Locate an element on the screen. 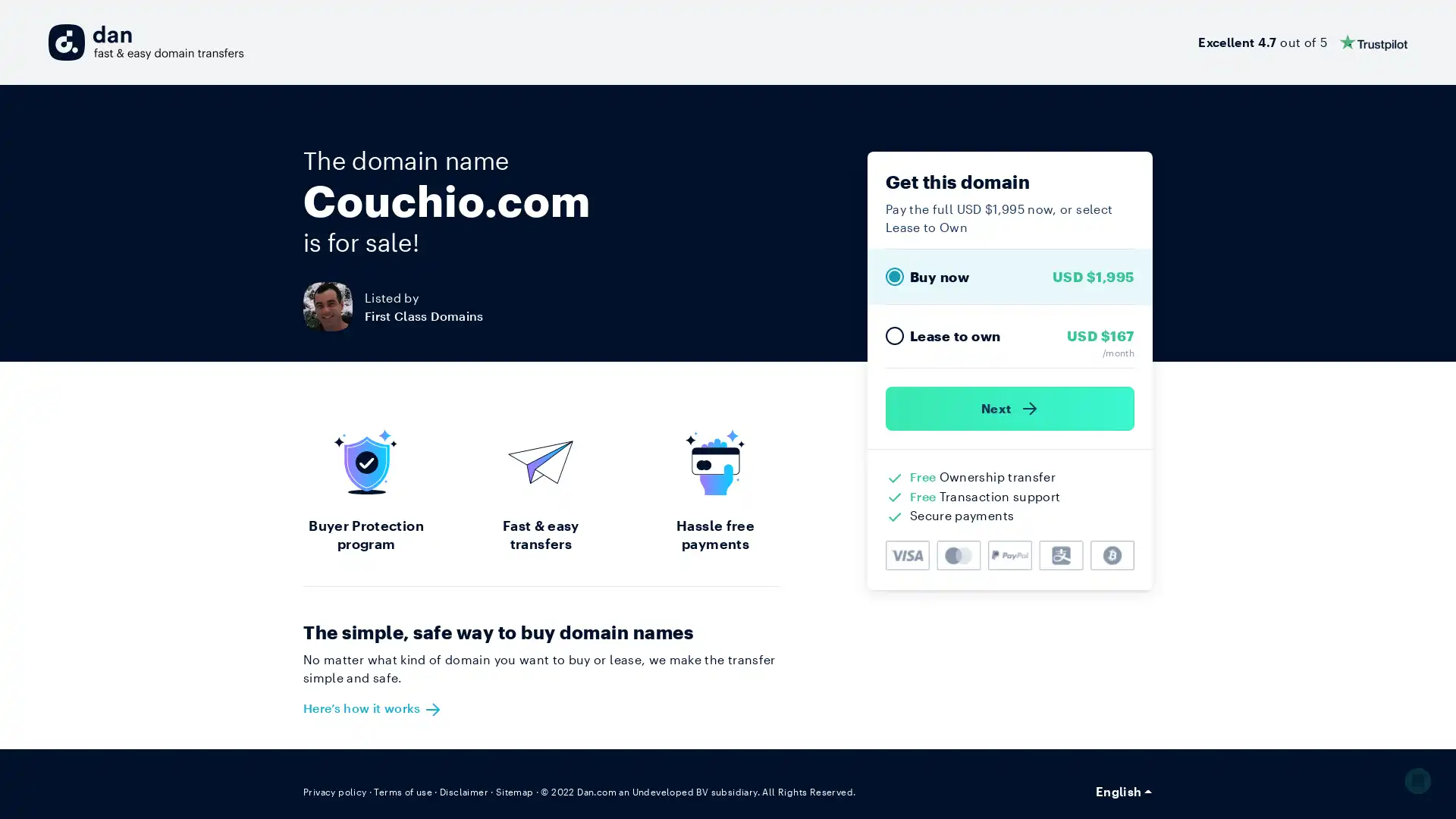  Open Intercom Messenger is located at coordinates (1417, 780).